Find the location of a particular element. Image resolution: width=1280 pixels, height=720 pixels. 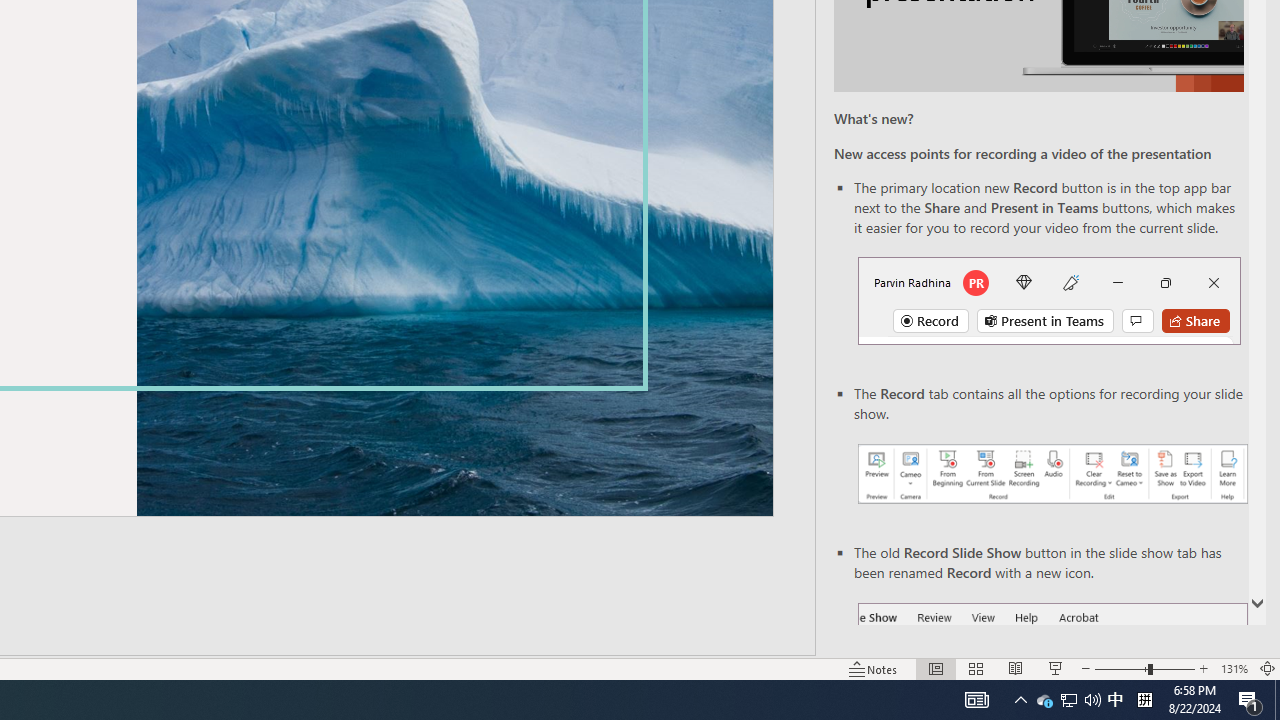

'Normal' is located at coordinates (935, 669).